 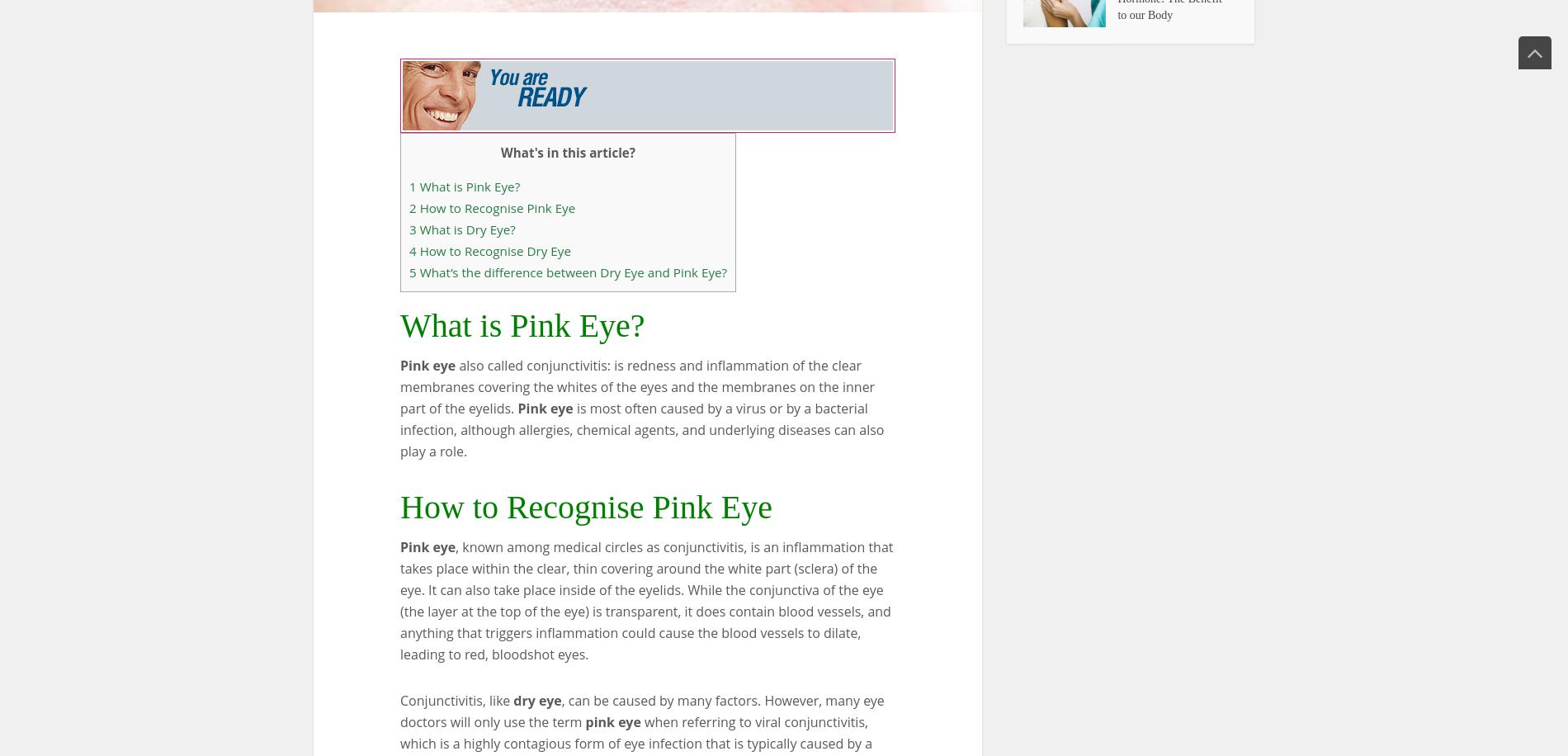 What do you see at coordinates (416, 272) in the screenshot?
I see `'What’s the difference between Dry Eye and Pink Eye?'` at bounding box center [416, 272].